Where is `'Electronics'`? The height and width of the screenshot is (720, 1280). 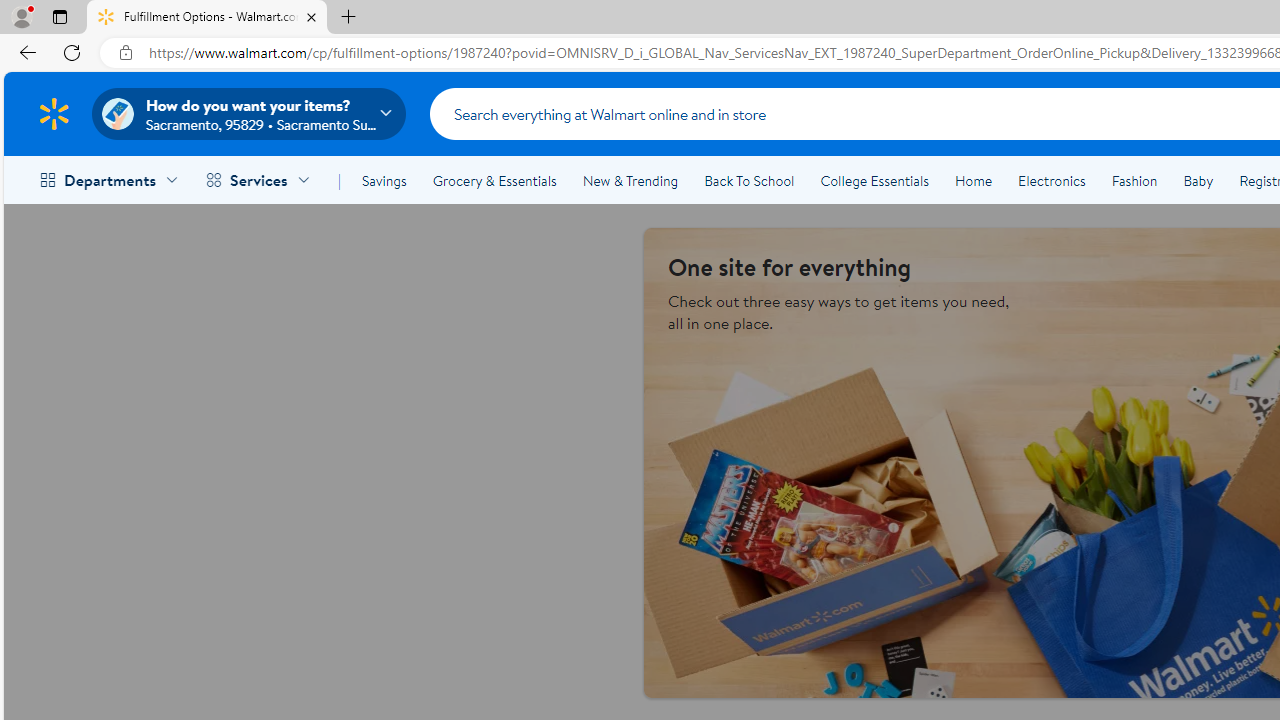 'Electronics' is located at coordinates (1050, 181).